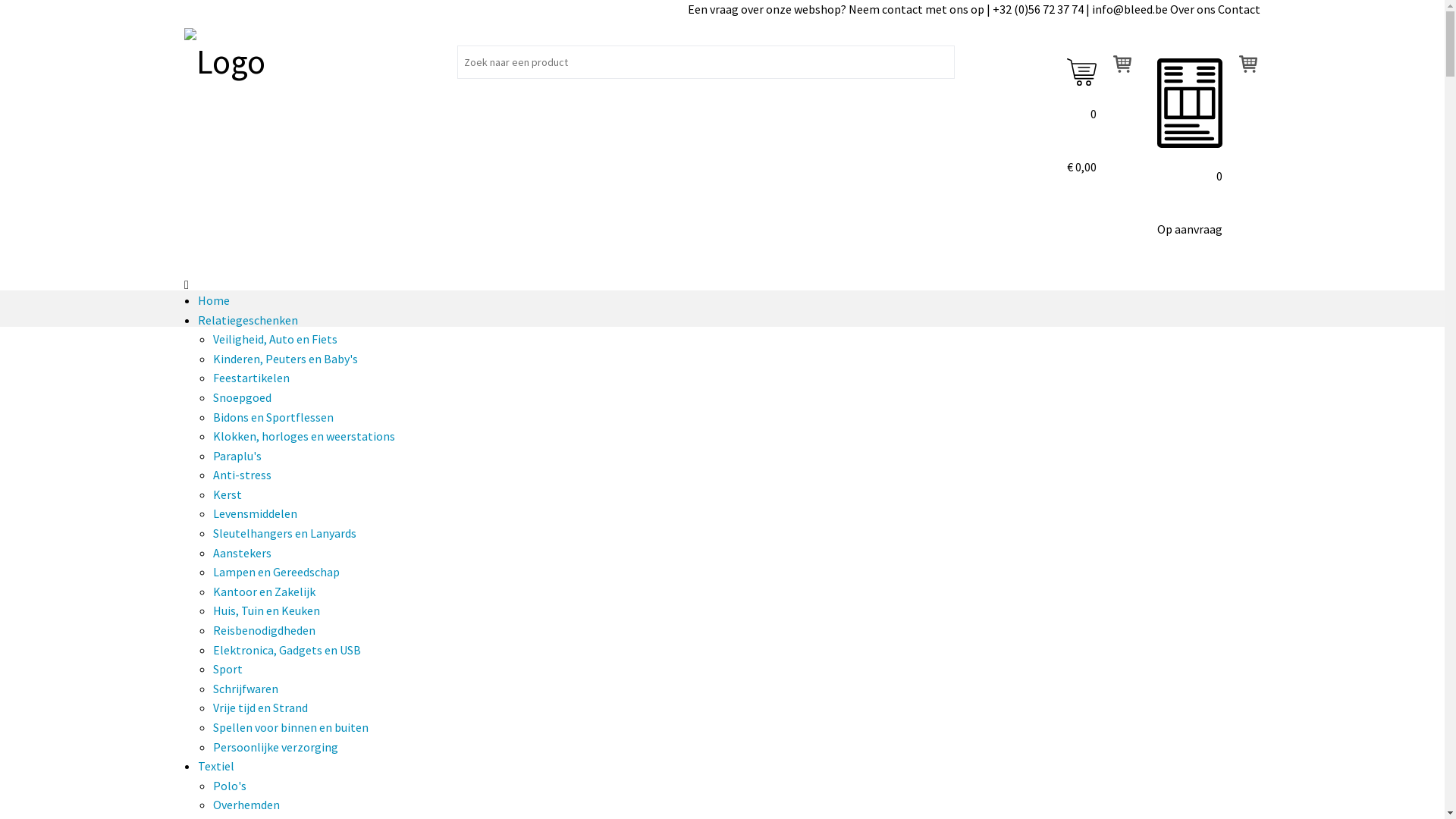 This screenshot has height=819, width=1456. I want to click on 'Levensmiddelen', so click(255, 513).